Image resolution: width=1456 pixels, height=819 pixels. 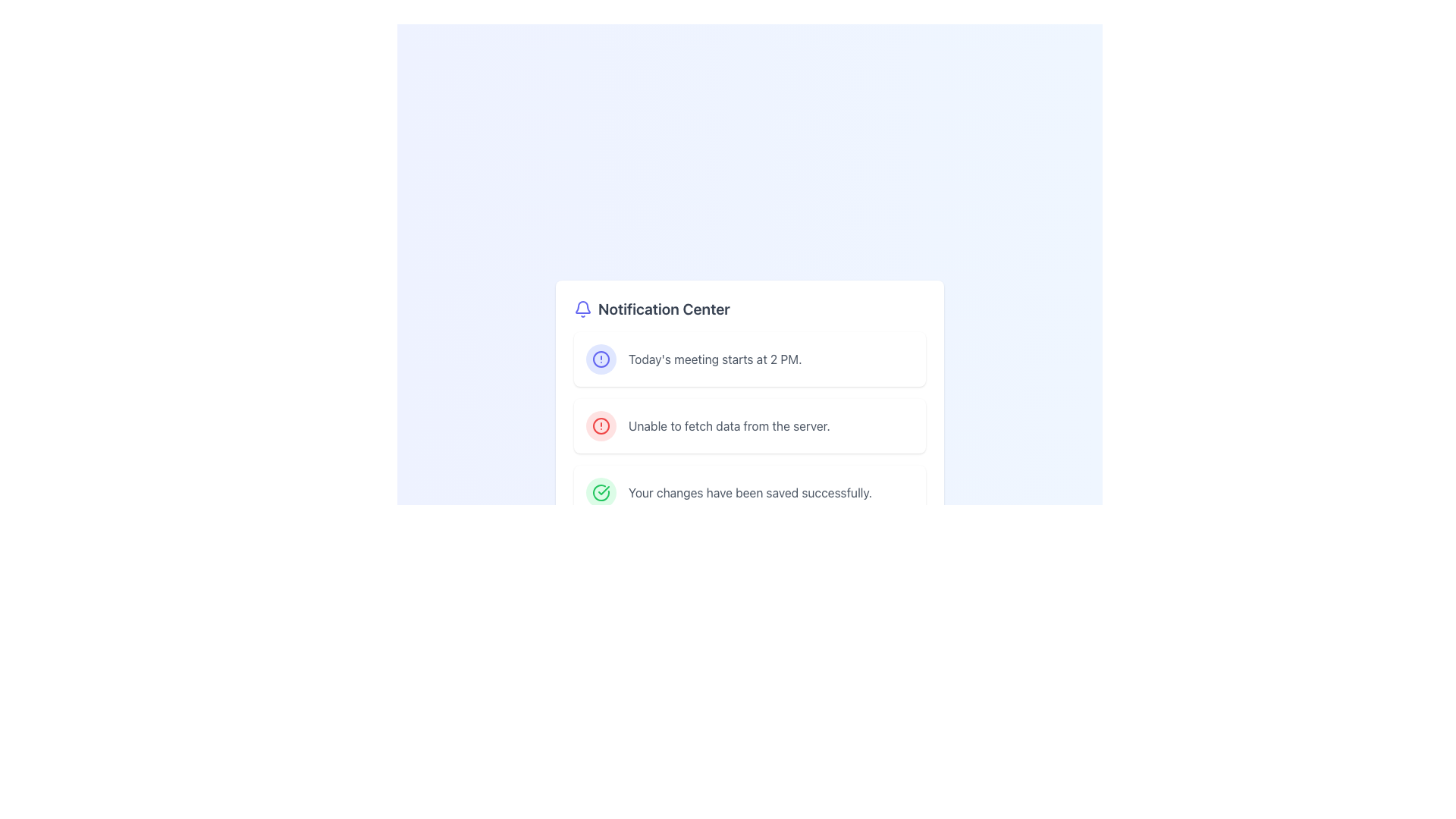 What do you see at coordinates (600, 493) in the screenshot?
I see `the confirmation icon located adjacent to the text 'Your changes have been saved successfully' in the rightmost notification item` at bounding box center [600, 493].